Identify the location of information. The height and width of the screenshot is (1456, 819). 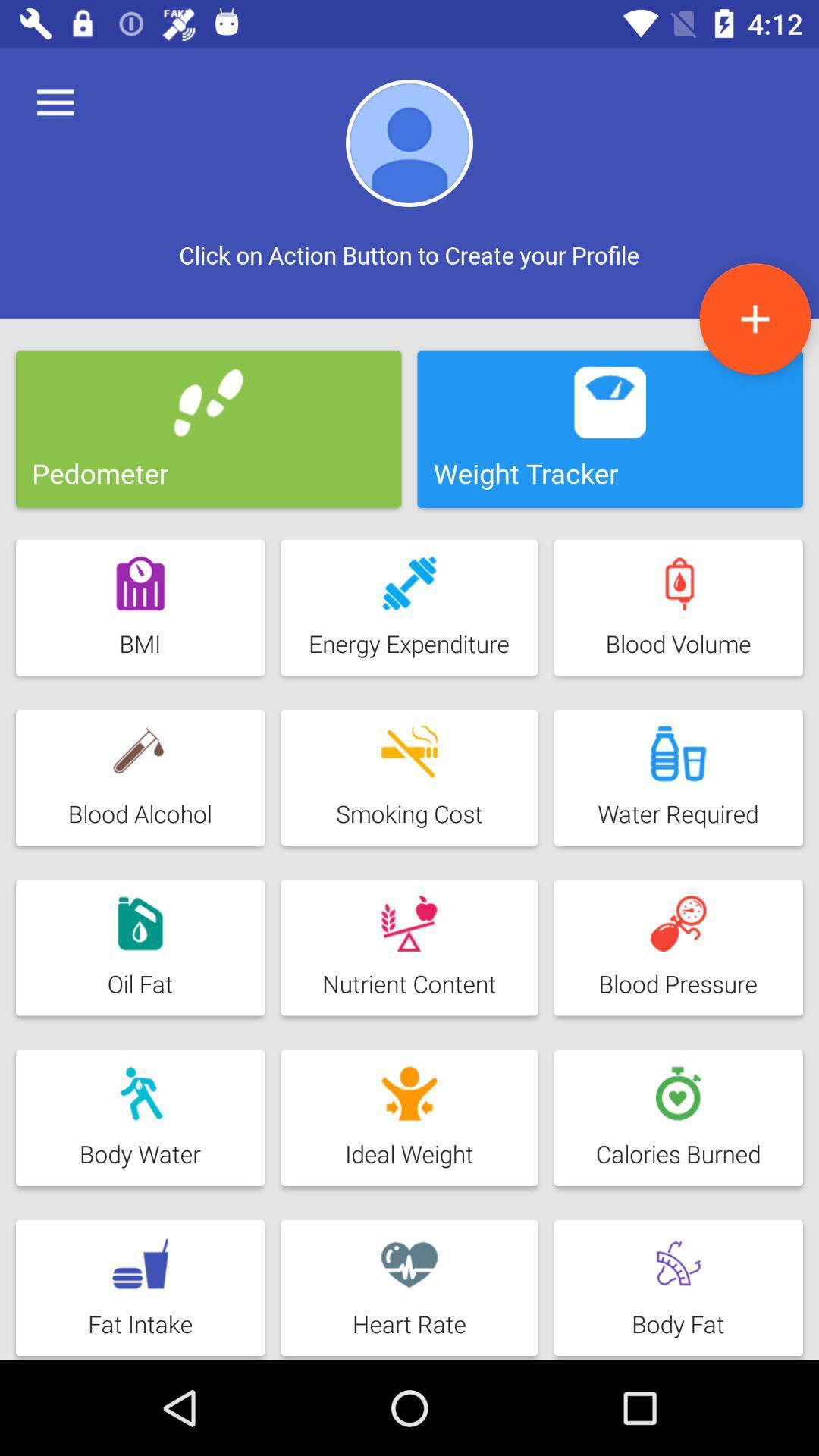
(755, 318).